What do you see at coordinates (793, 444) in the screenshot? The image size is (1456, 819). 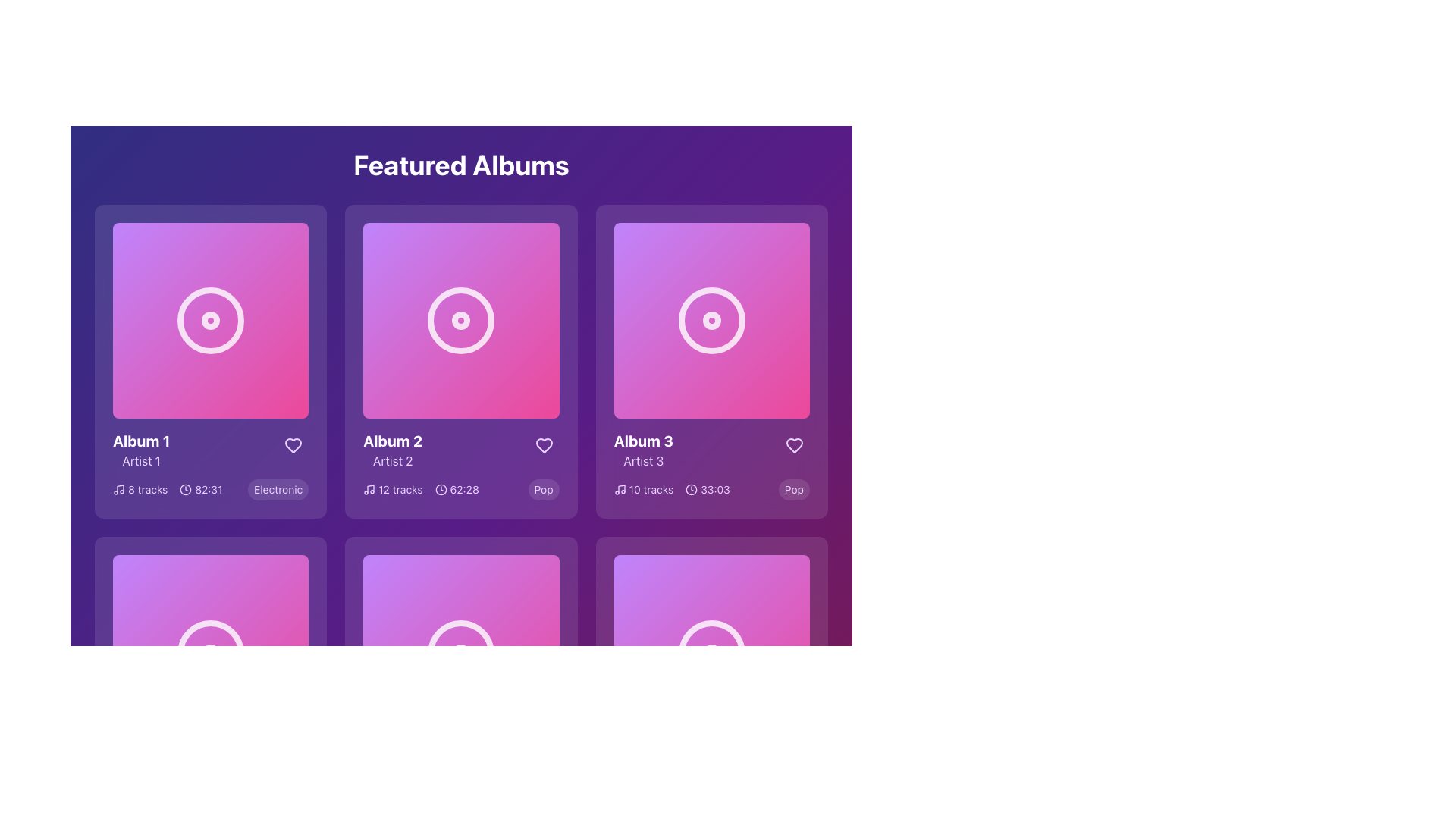 I see `the heart icon button located at the top-right corner of the 'Album 3' card to like or unlike the album` at bounding box center [793, 444].